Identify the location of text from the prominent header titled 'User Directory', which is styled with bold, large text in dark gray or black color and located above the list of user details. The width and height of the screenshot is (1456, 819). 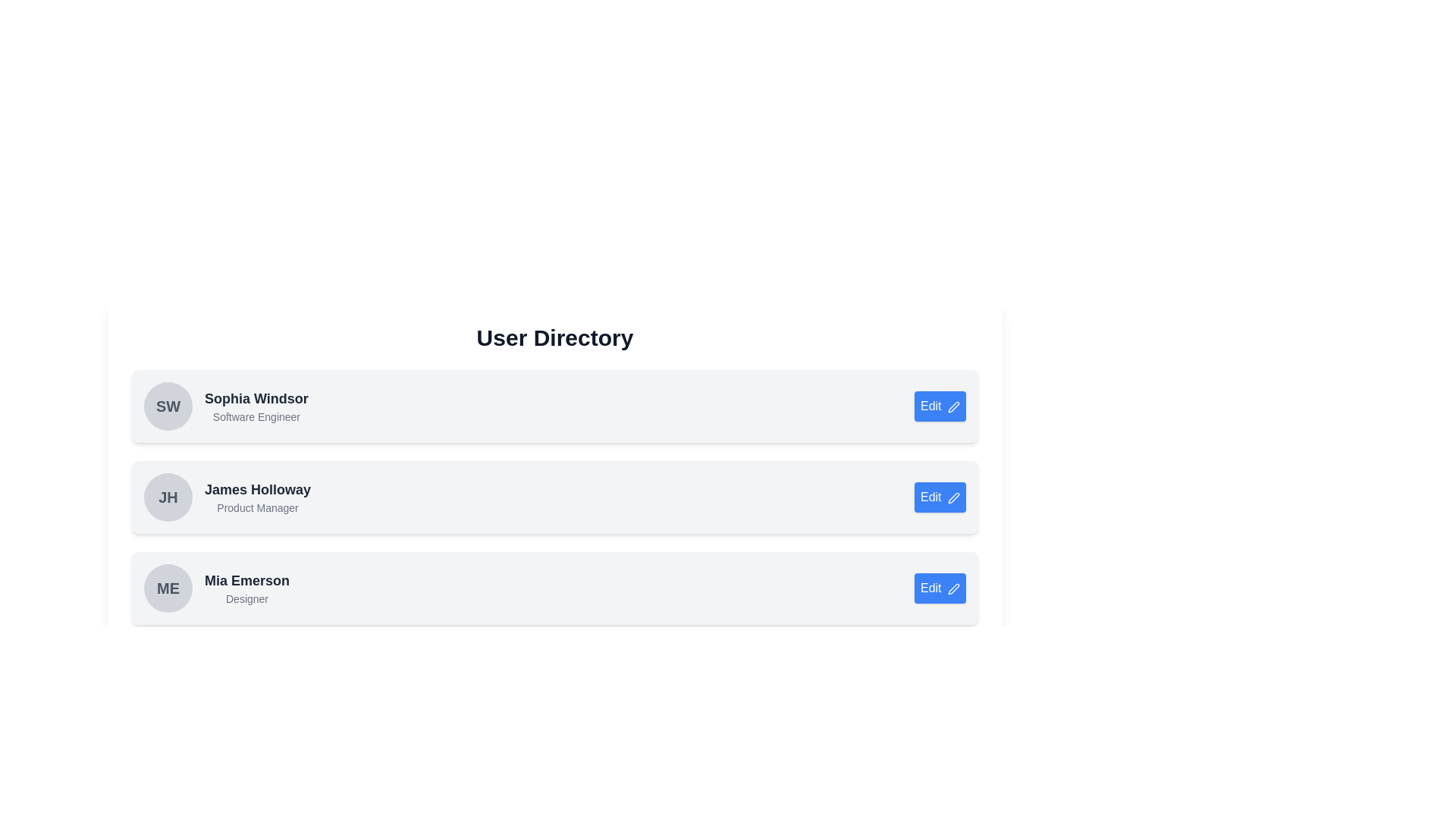
(554, 337).